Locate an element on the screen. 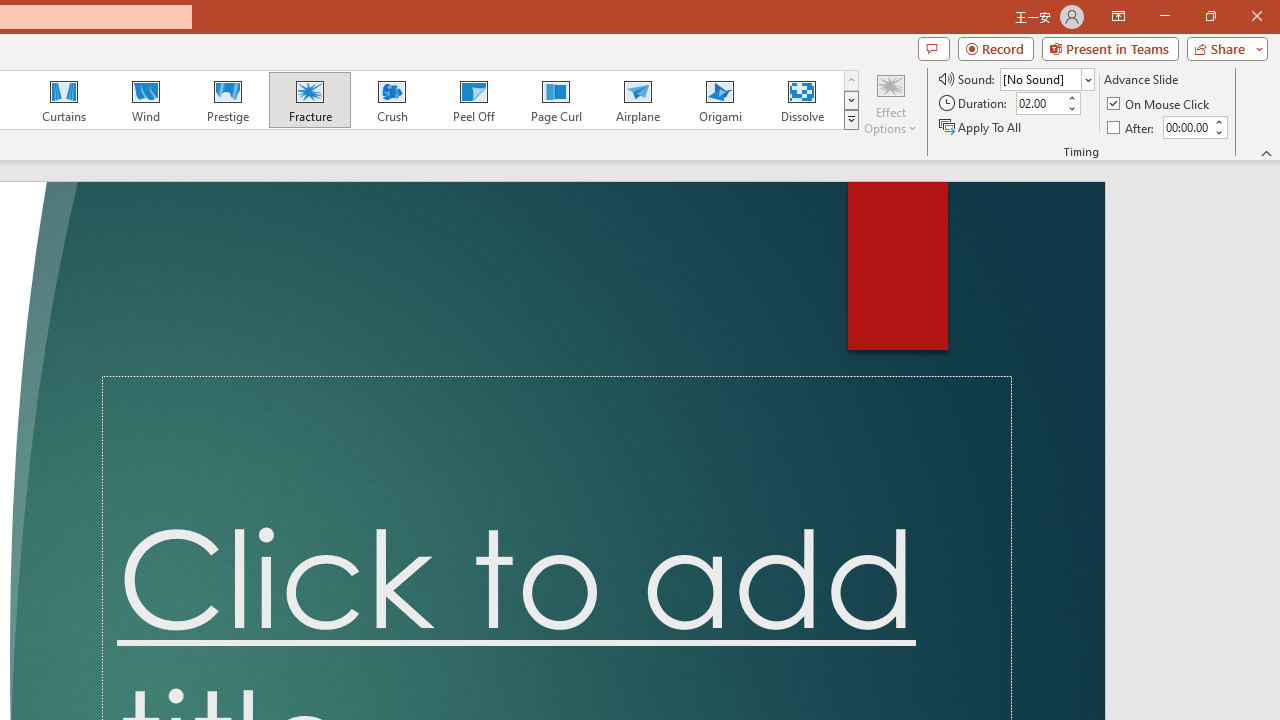  'Origami' is located at coordinates (720, 100).